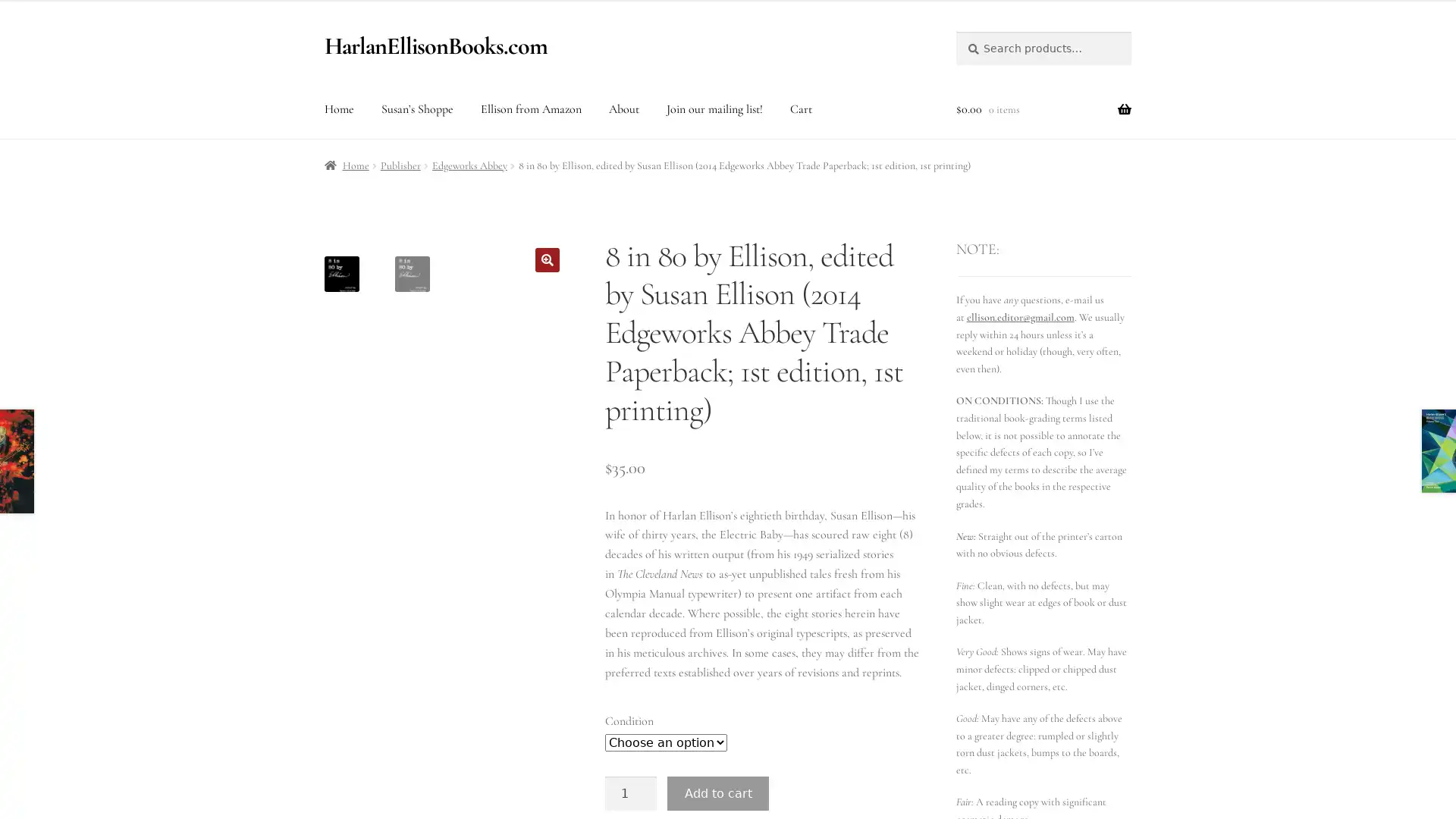  What do you see at coordinates (954, 30) in the screenshot?
I see `Search` at bounding box center [954, 30].